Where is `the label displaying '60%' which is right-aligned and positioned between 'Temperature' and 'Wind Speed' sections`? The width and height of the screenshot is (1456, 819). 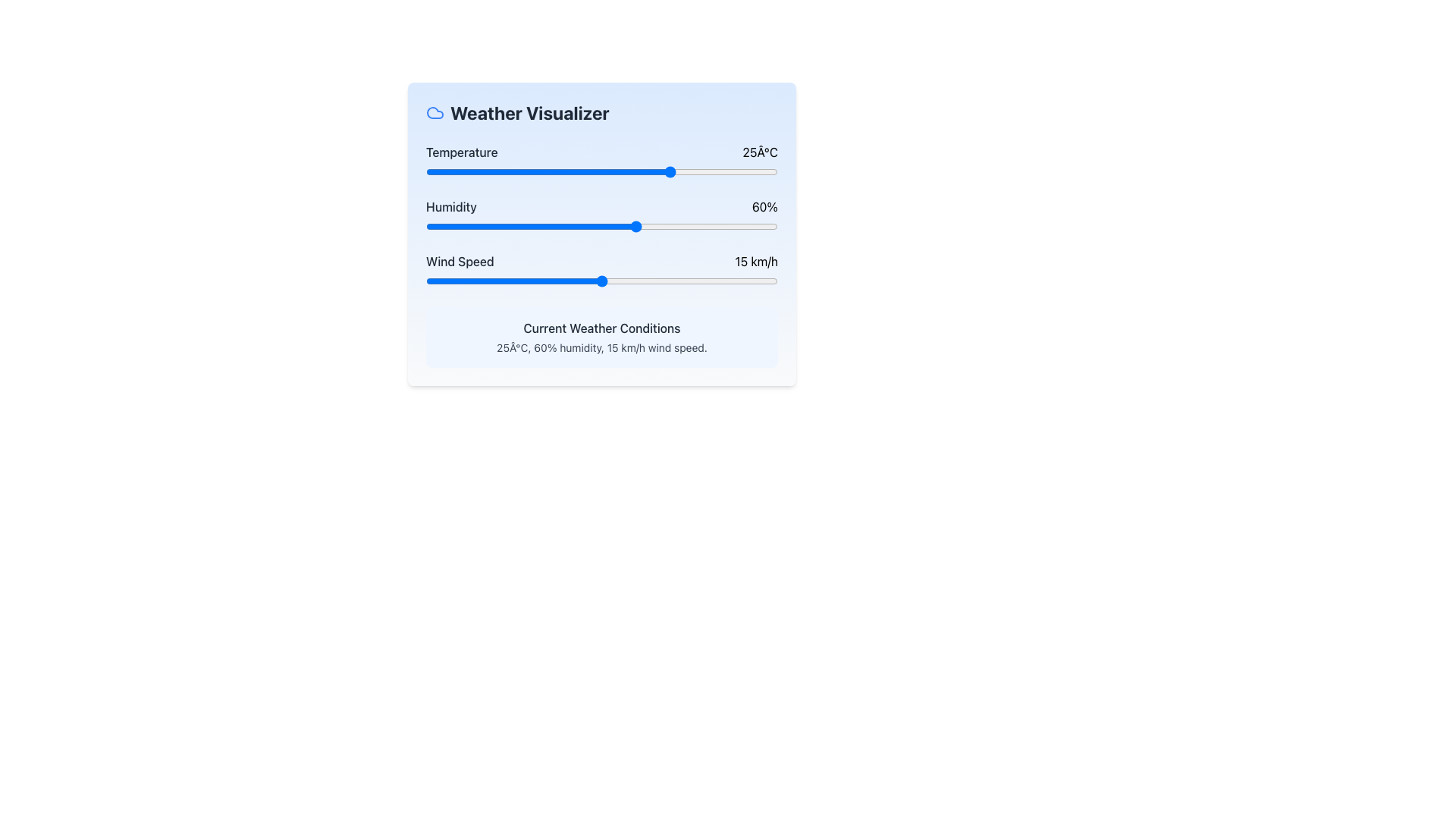
the label displaying '60%' which is right-aligned and positioned between 'Temperature' and 'Wind Speed' sections is located at coordinates (764, 207).